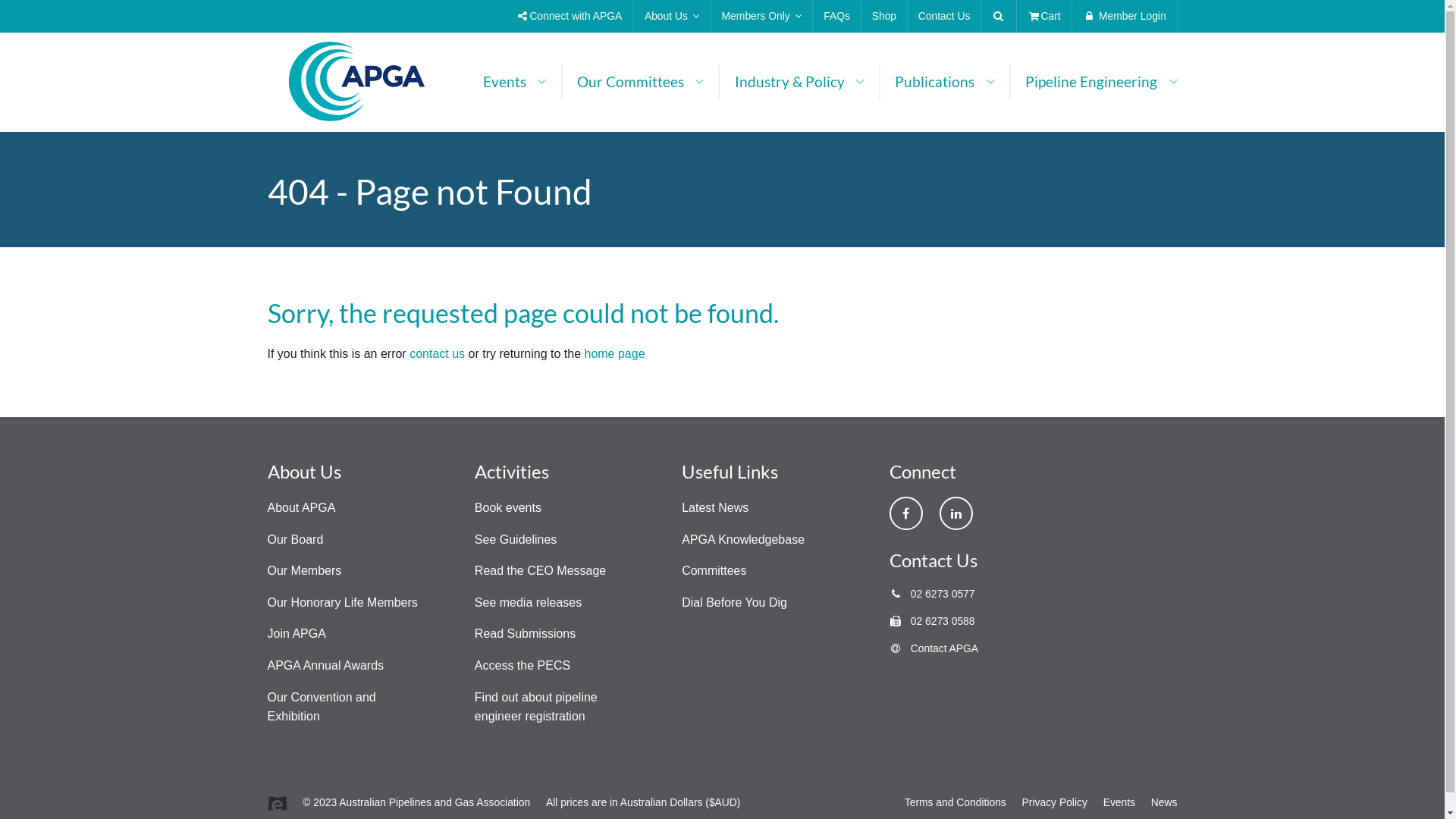  What do you see at coordinates (954, 801) in the screenshot?
I see `'Terms and Conditions'` at bounding box center [954, 801].